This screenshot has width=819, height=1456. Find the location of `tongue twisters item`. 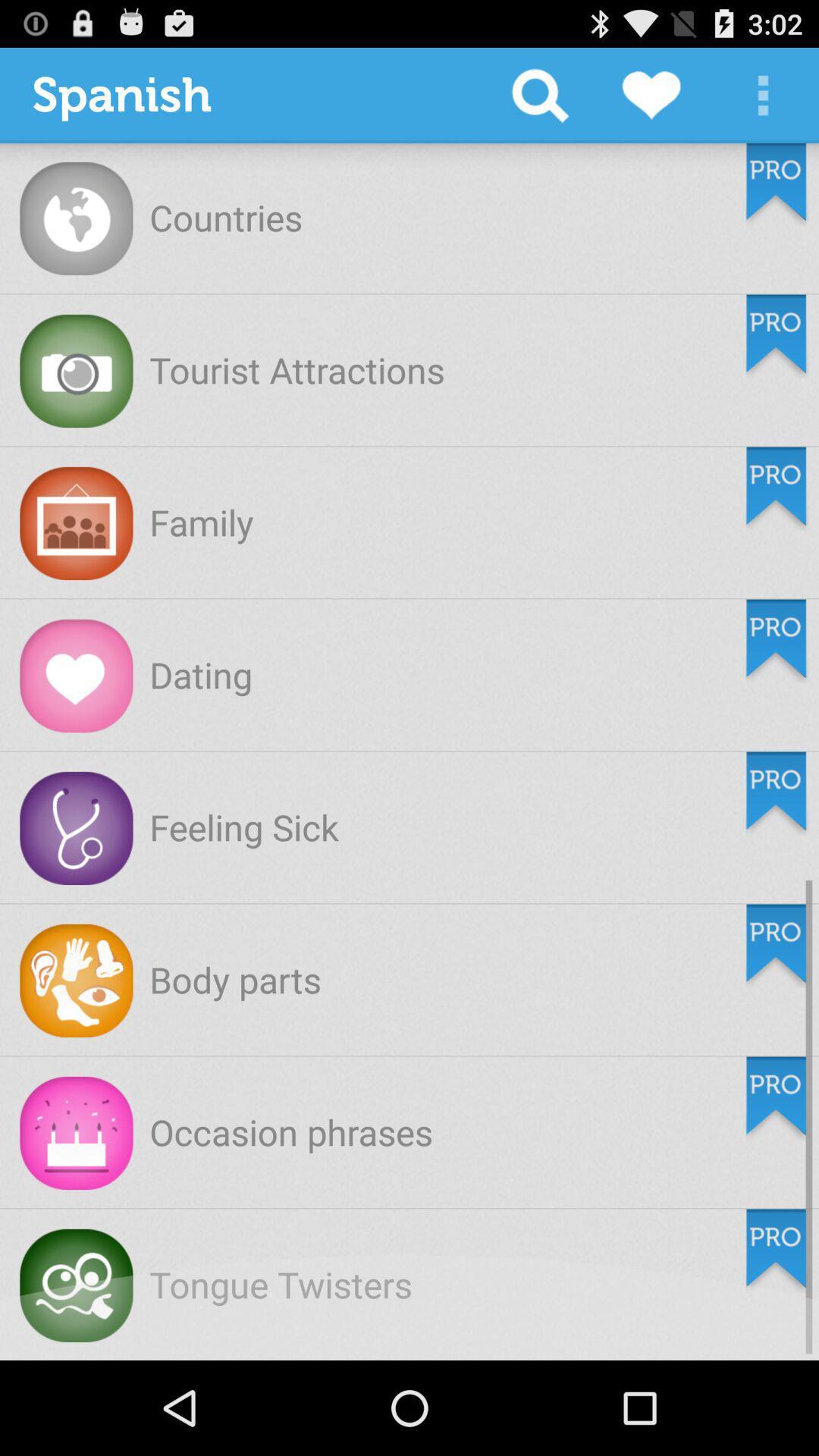

tongue twisters item is located at coordinates (281, 1283).